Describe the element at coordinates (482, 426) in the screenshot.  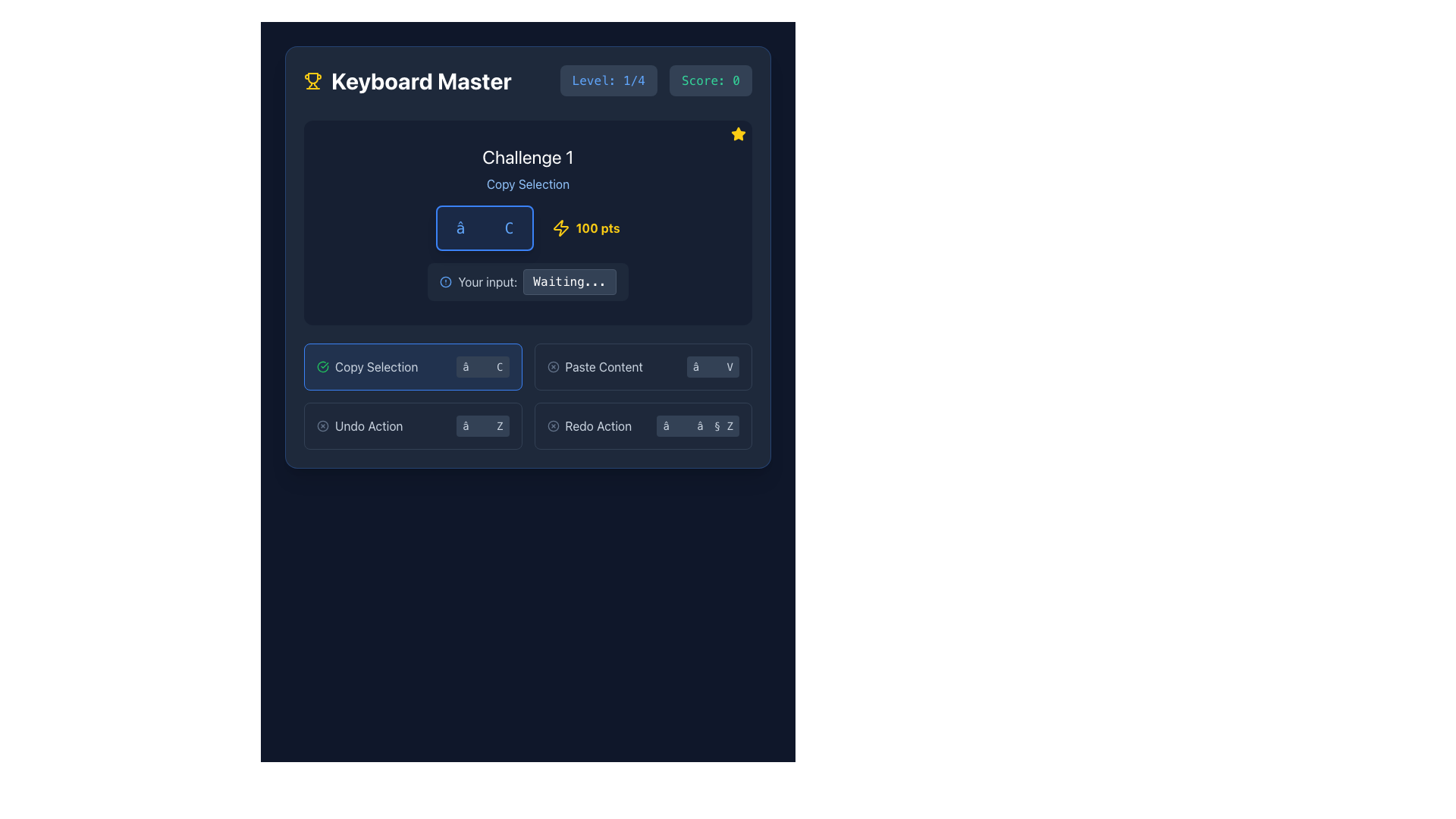
I see `the keyboard shortcut indicator for the 'Undo Action' functionality located at the bottom section of the interface` at that location.